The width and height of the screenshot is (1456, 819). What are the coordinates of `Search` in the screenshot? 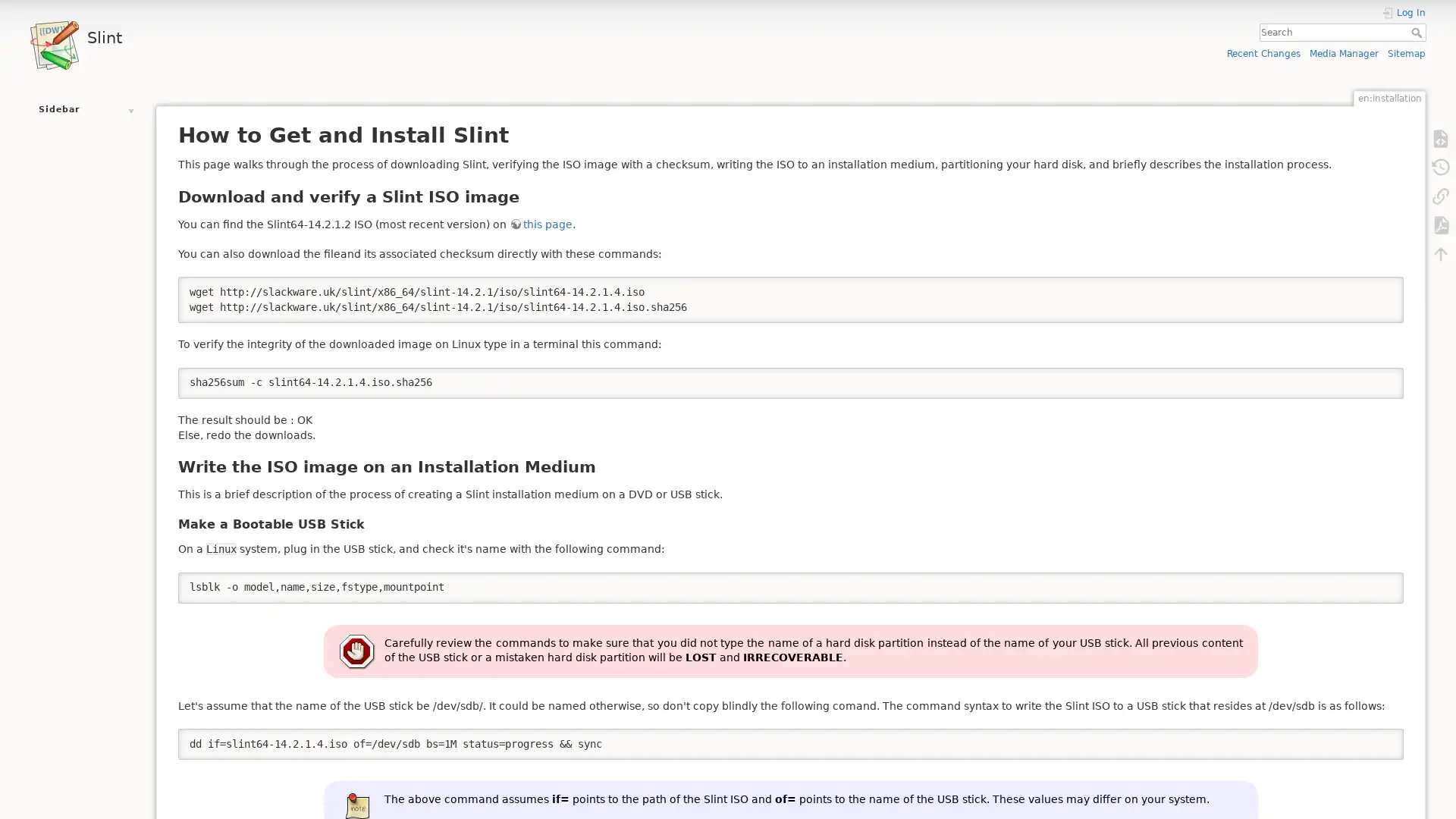 It's located at (1417, 32).